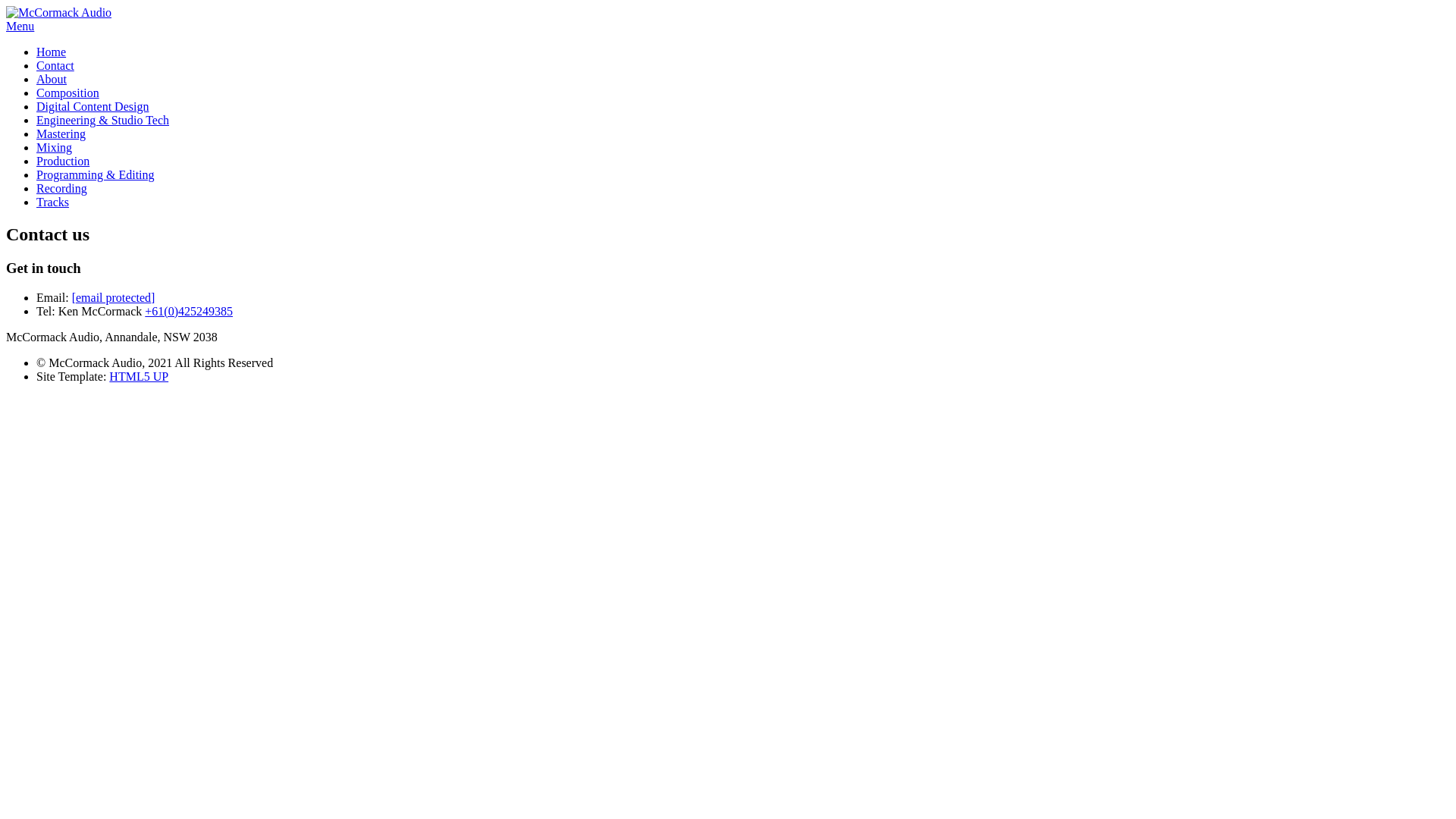 This screenshot has width=1456, height=819. Describe the element at coordinates (6, 26) in the screenshot. I see `'Menu'` at that location.